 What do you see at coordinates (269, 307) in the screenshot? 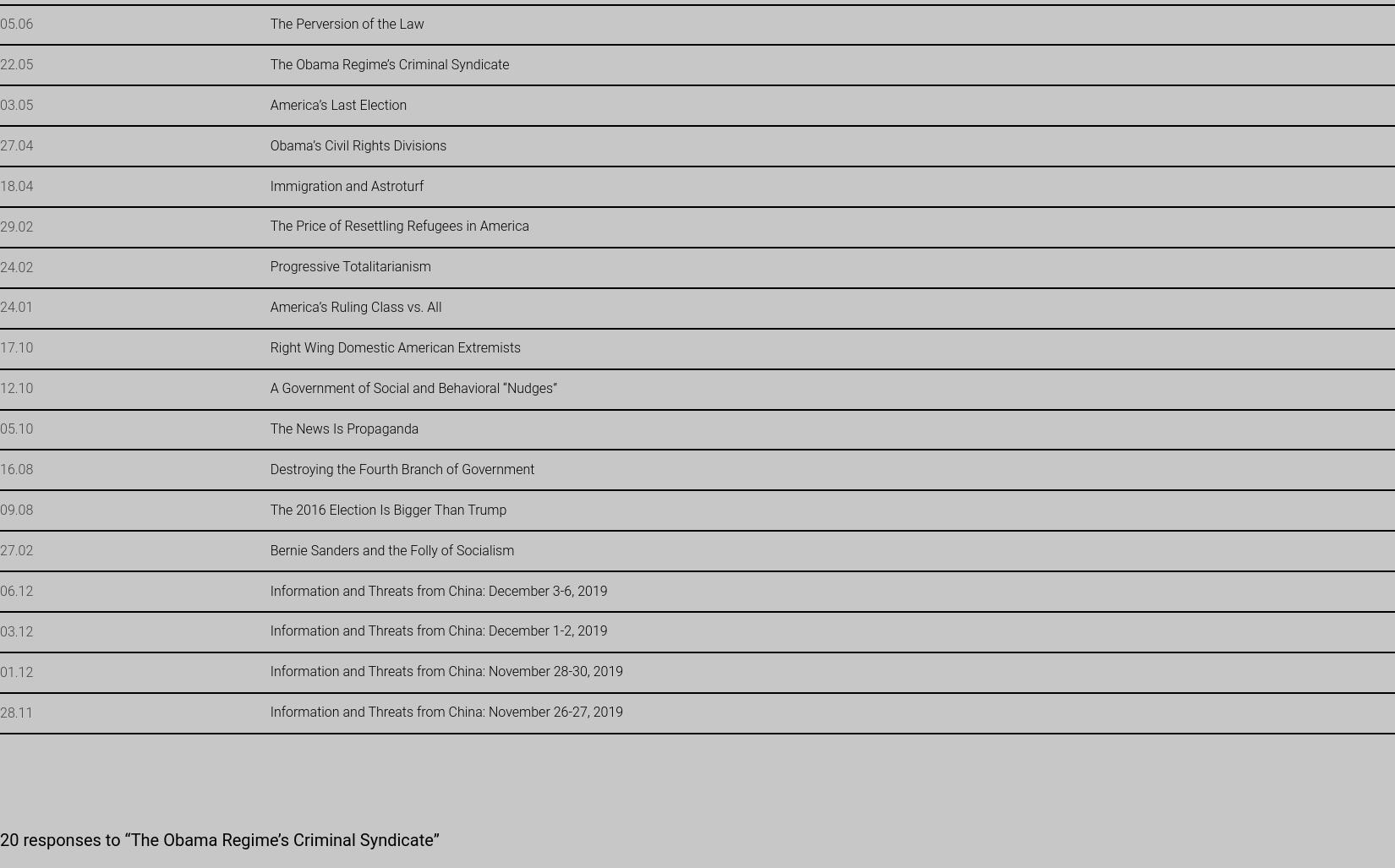
I see `'America’s Ruling Class vs. All'` at bounding box center [269, 307].